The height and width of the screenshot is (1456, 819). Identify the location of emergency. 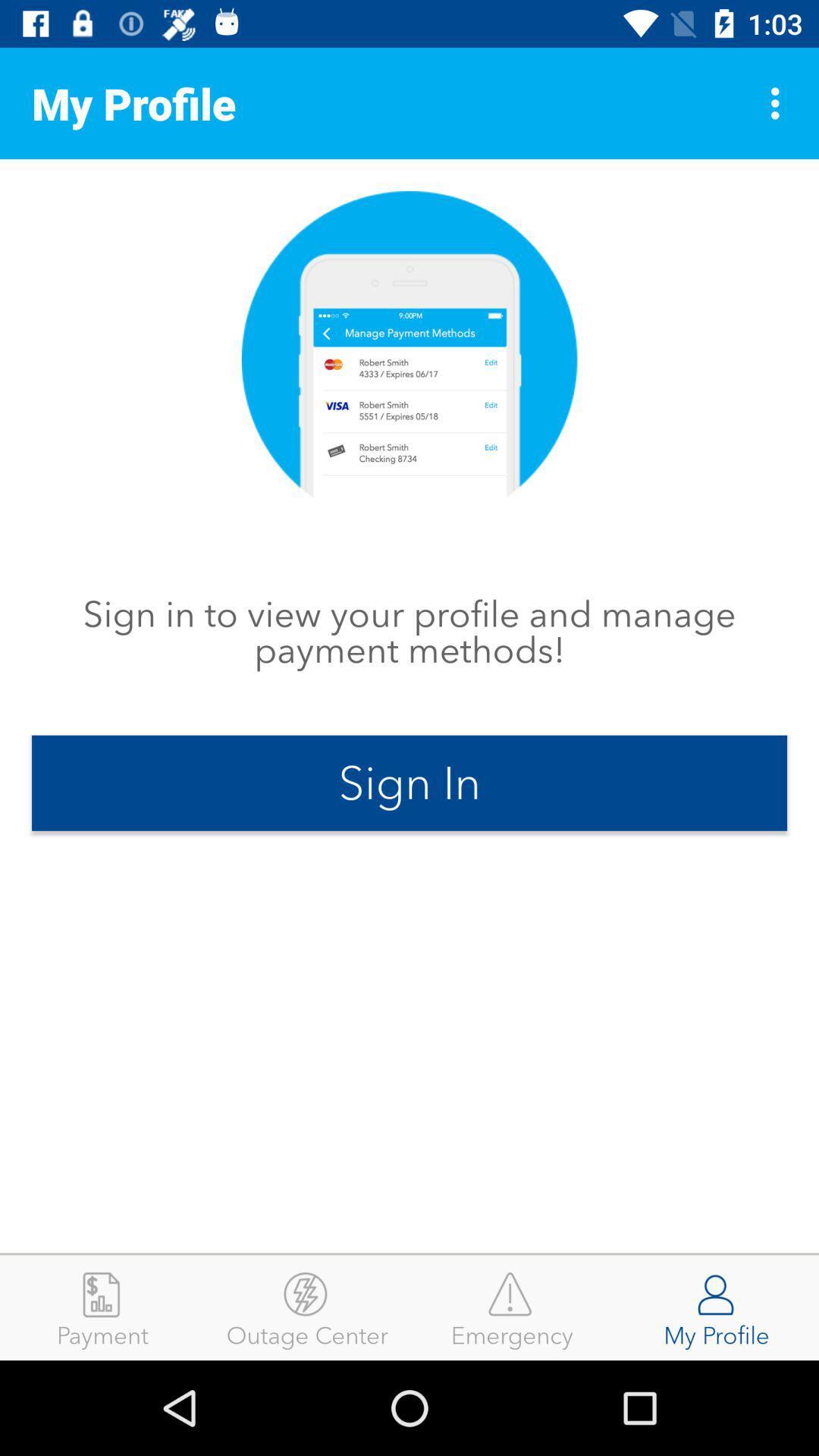
(512, 1307).